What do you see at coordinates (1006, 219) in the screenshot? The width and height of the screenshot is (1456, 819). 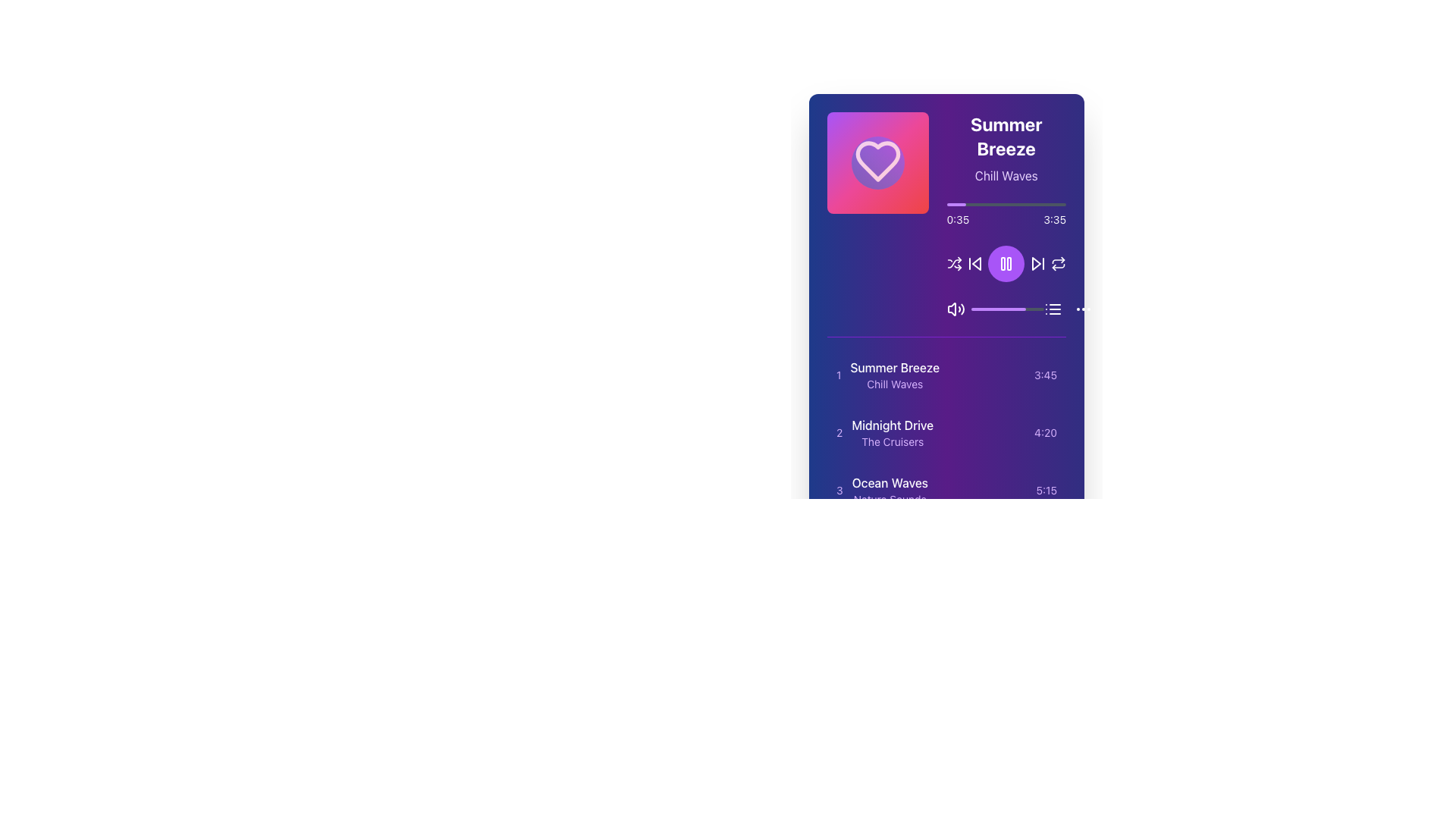 I see `the time range display component showing '0:35' on the left and '3:35' on the right, located beneath the progress bar in the music player interface` at bounding box center [1006, 219].